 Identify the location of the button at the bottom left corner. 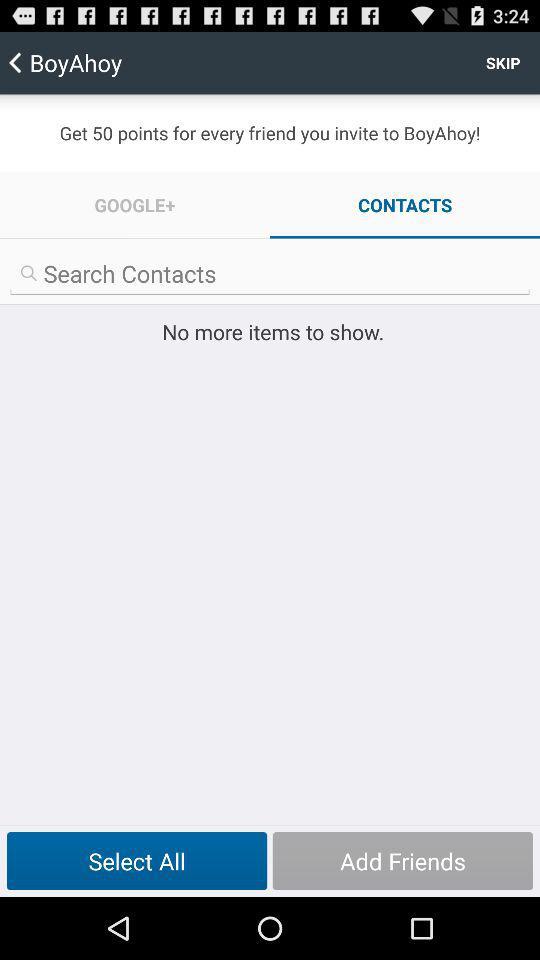
(136, 860).